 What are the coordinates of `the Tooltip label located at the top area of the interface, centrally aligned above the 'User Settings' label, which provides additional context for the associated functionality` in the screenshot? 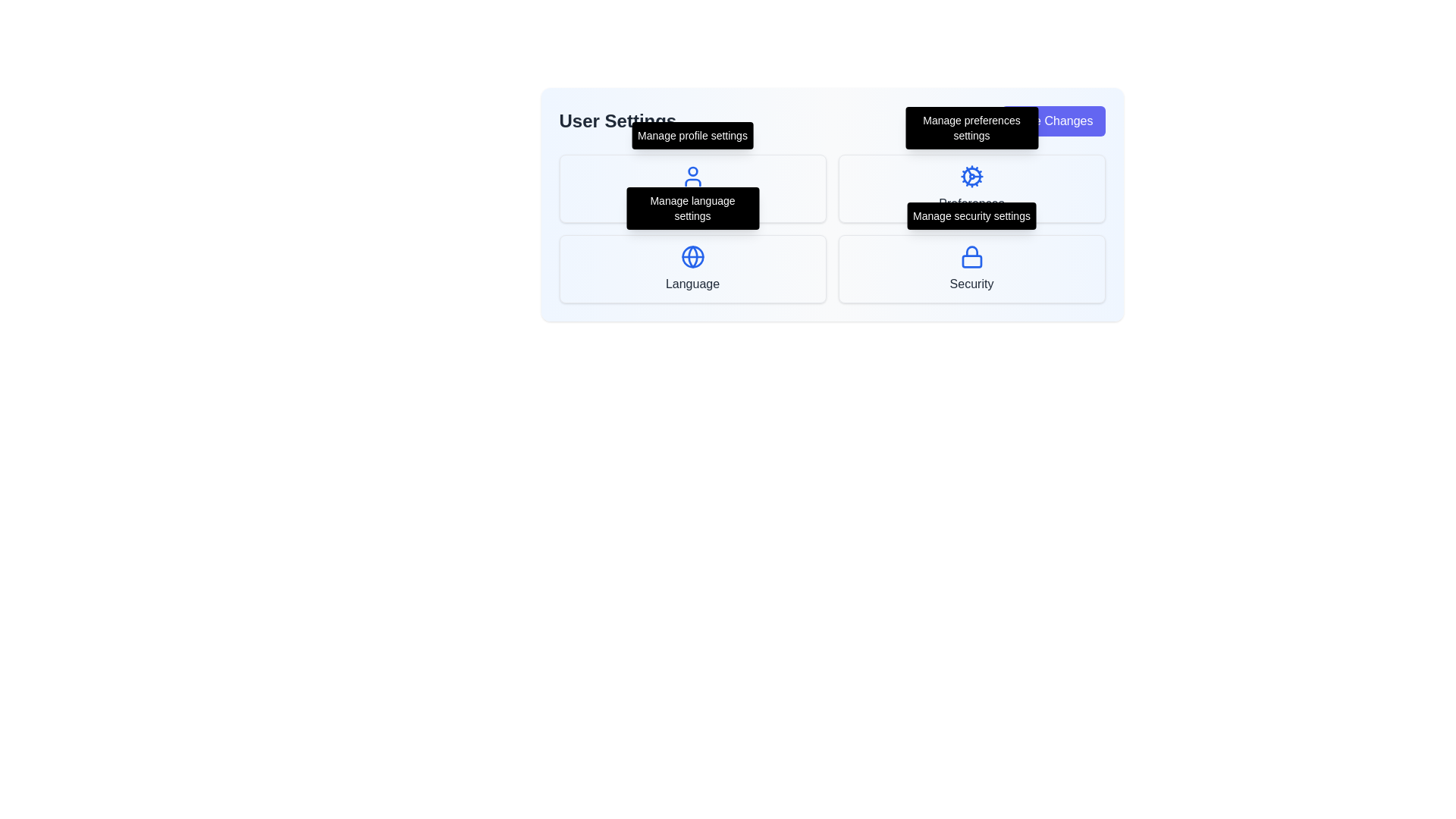 It's located at (692, 134).